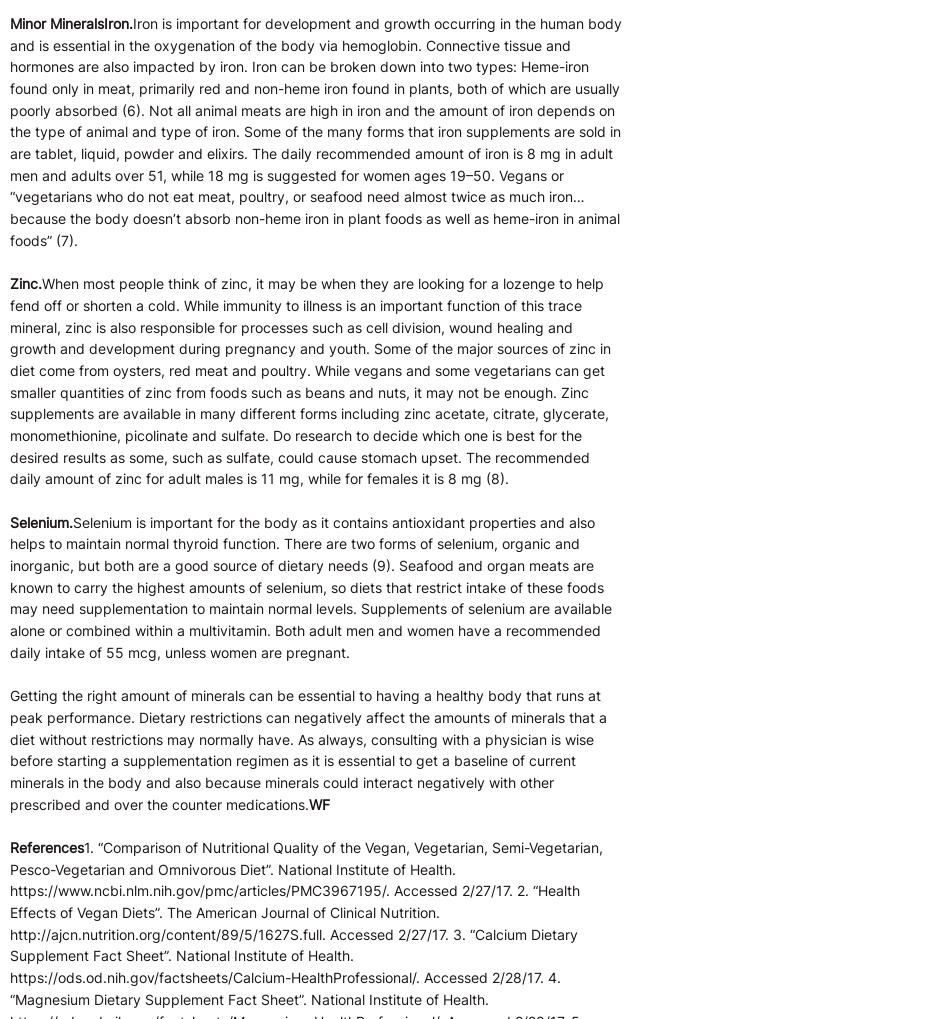  What do you see at coordinates (26, 282) in the screenshot?
I see `'Zinc.'` at bounding box center [26, 282].